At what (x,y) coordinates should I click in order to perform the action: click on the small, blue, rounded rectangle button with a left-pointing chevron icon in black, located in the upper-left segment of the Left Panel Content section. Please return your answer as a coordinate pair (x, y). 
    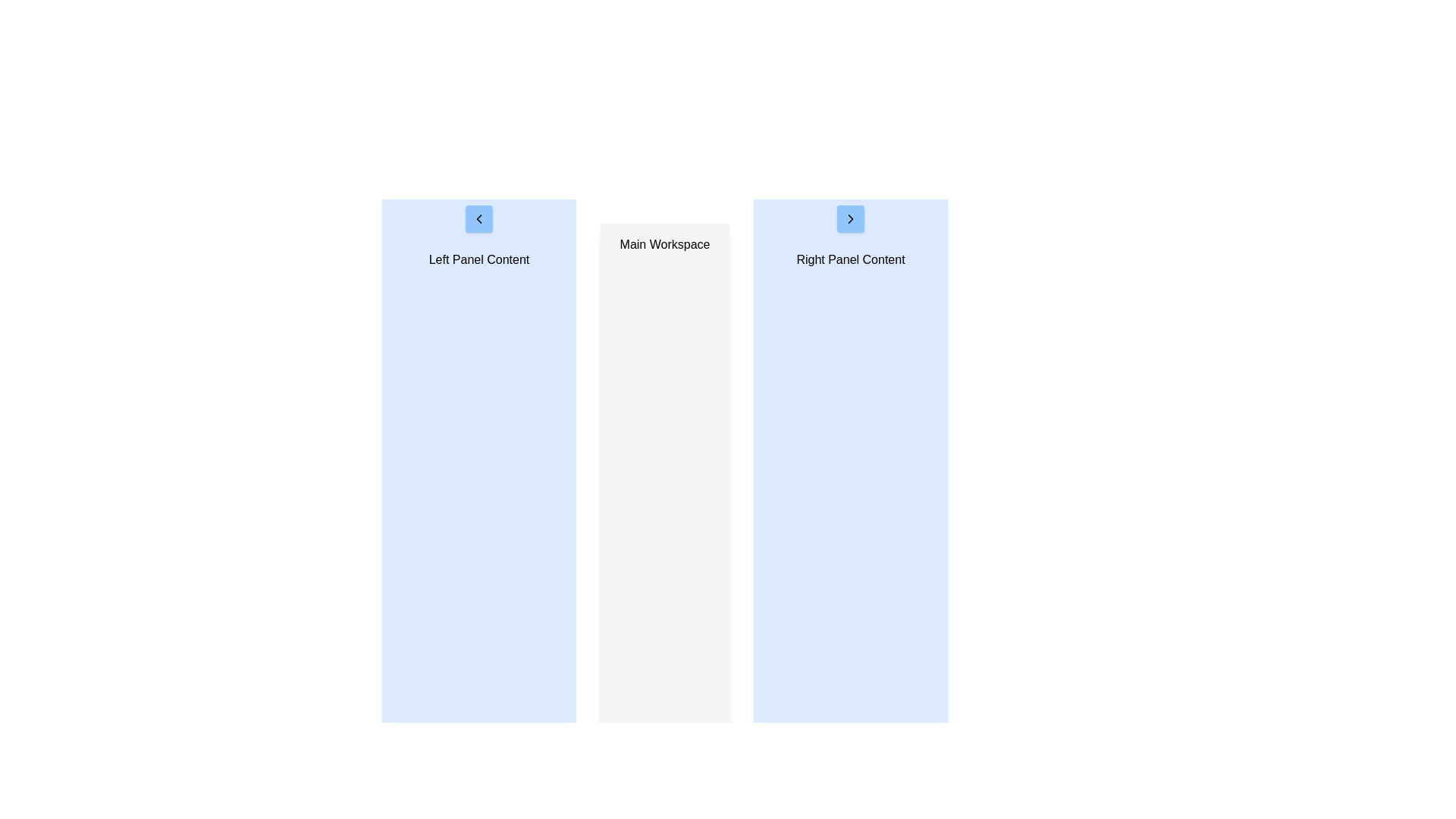
    Looking at the image, I should click on (479, 219).